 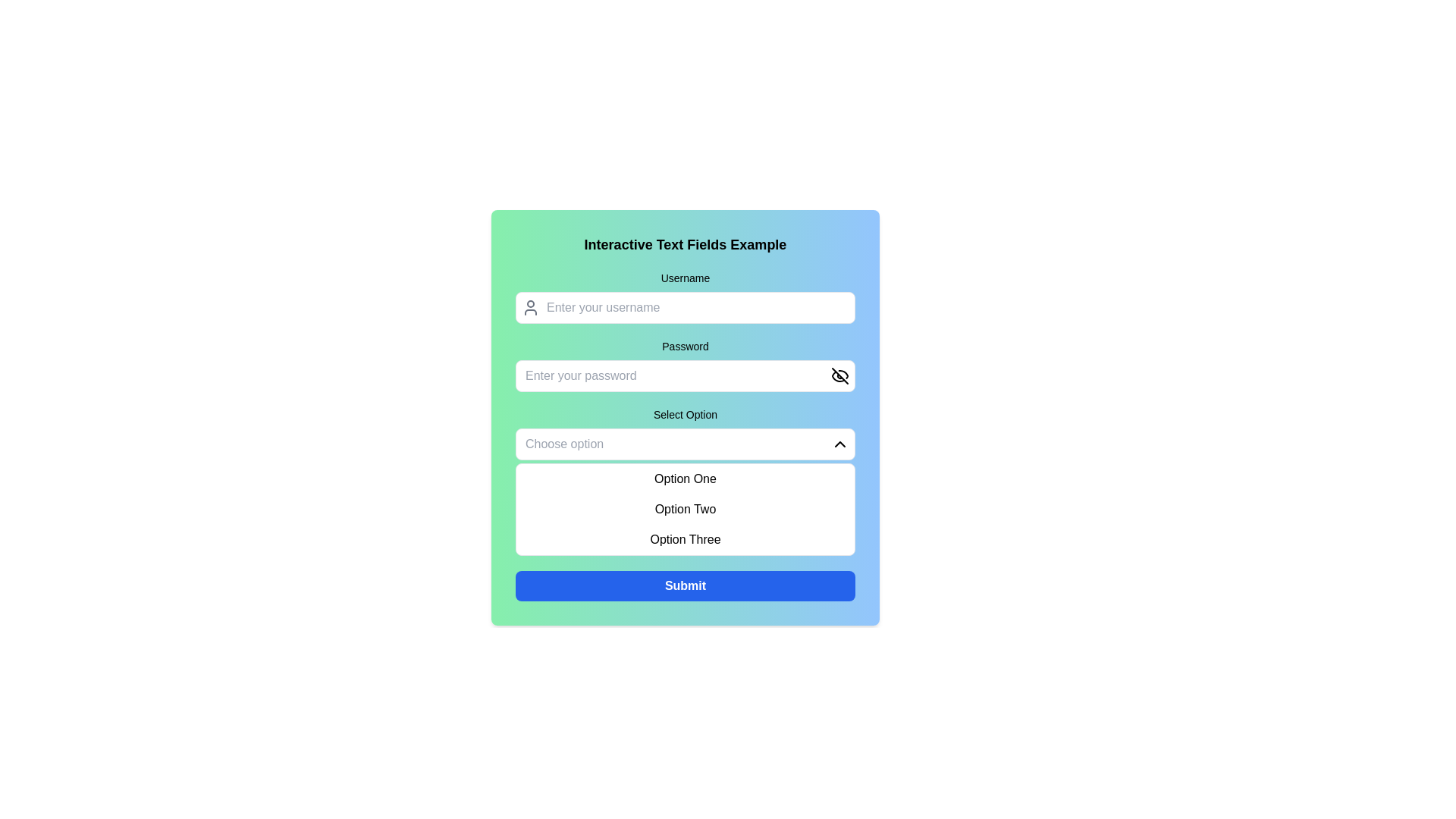 What do you see at coordinates (684, 539) in the screenshot?
I see `the third option in the dropdown menu` at bounding box center [684, 539].